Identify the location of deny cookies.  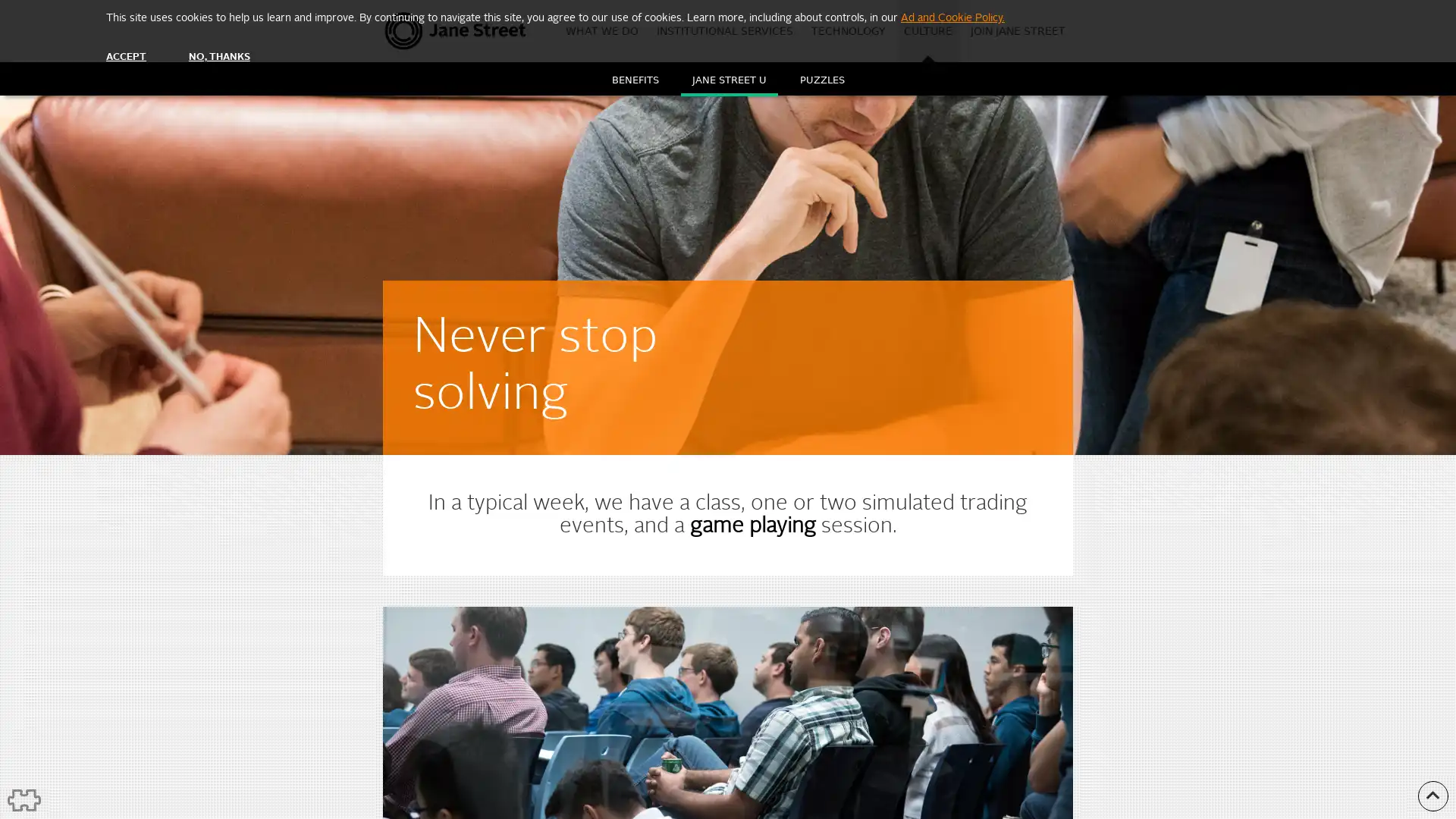
(218, 56).